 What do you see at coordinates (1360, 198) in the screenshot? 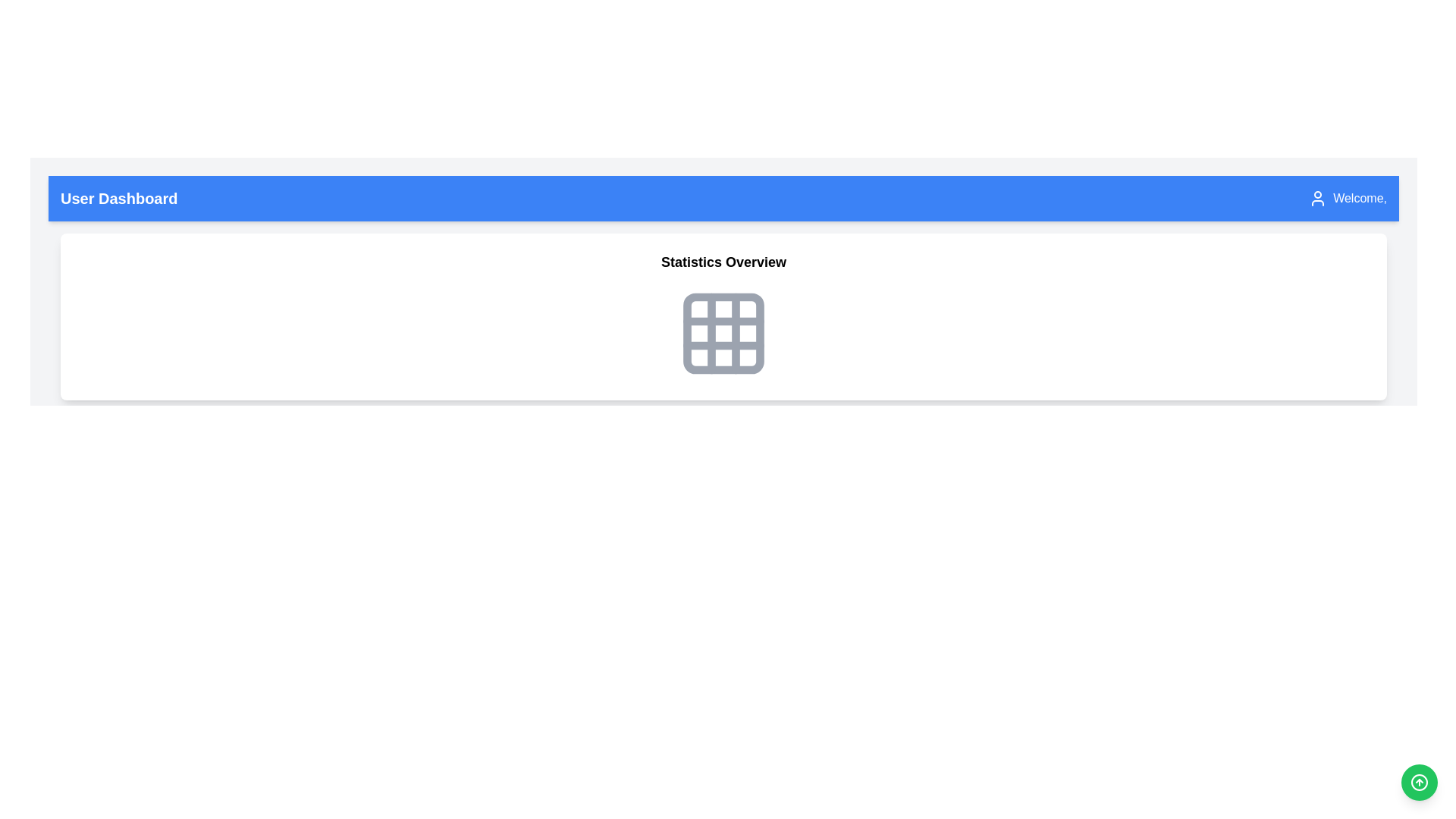
I see `the text label displaying 'Welcome' in white color, located in the upper right corner of the blue header bar, immediately to the right of the user icon` at bounding box center [1360, 198].